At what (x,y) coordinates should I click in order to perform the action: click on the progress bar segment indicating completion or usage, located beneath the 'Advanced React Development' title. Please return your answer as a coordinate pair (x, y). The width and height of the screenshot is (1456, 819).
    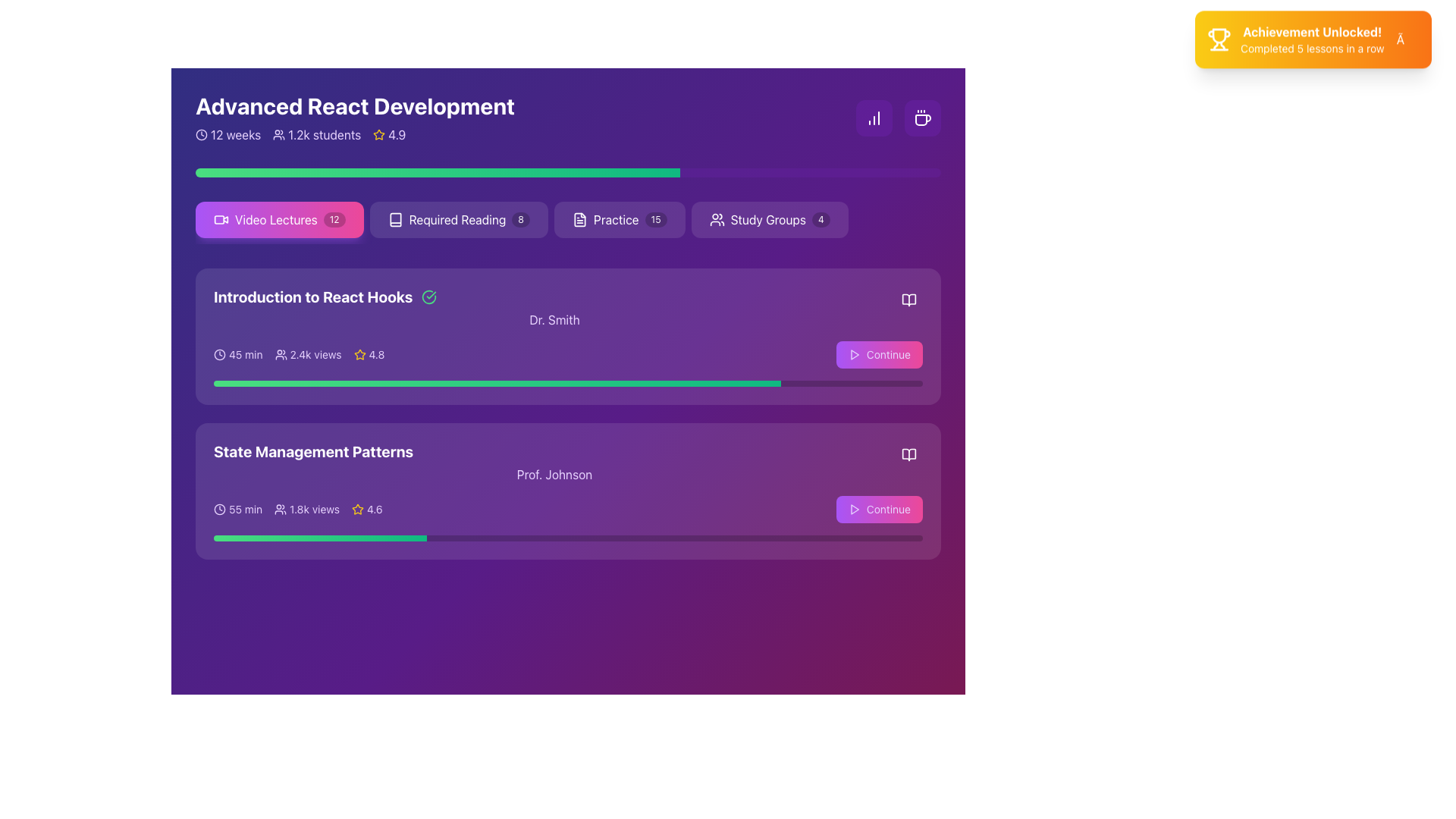
    Looking at the image, I should click on (437, 171).